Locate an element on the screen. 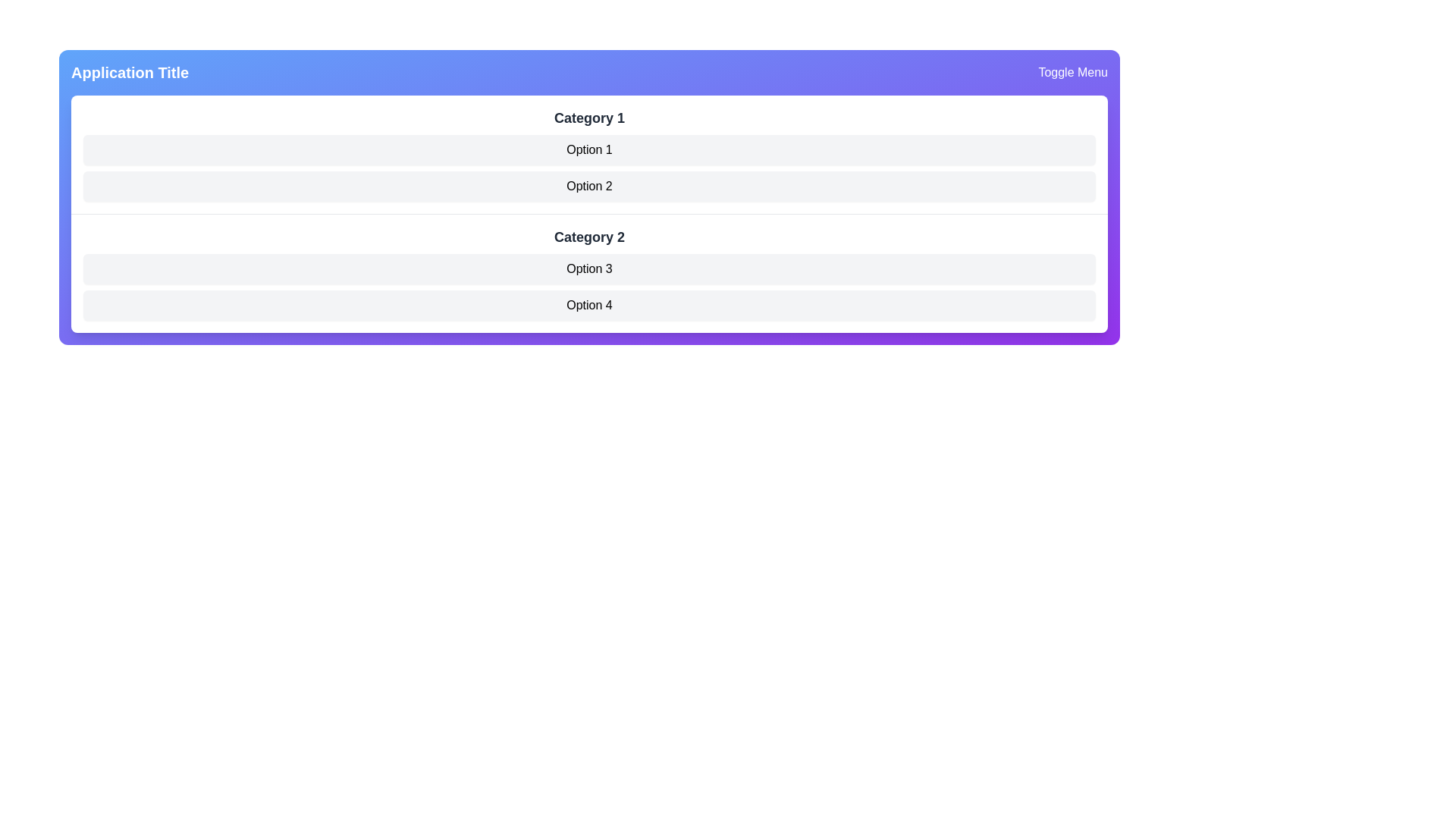 This screenshot has width=1456, height=819. the text label that serves as the title or heading for the application, located in the top-left corner of the blue gradient header bar is located at coordinates (130, 73).